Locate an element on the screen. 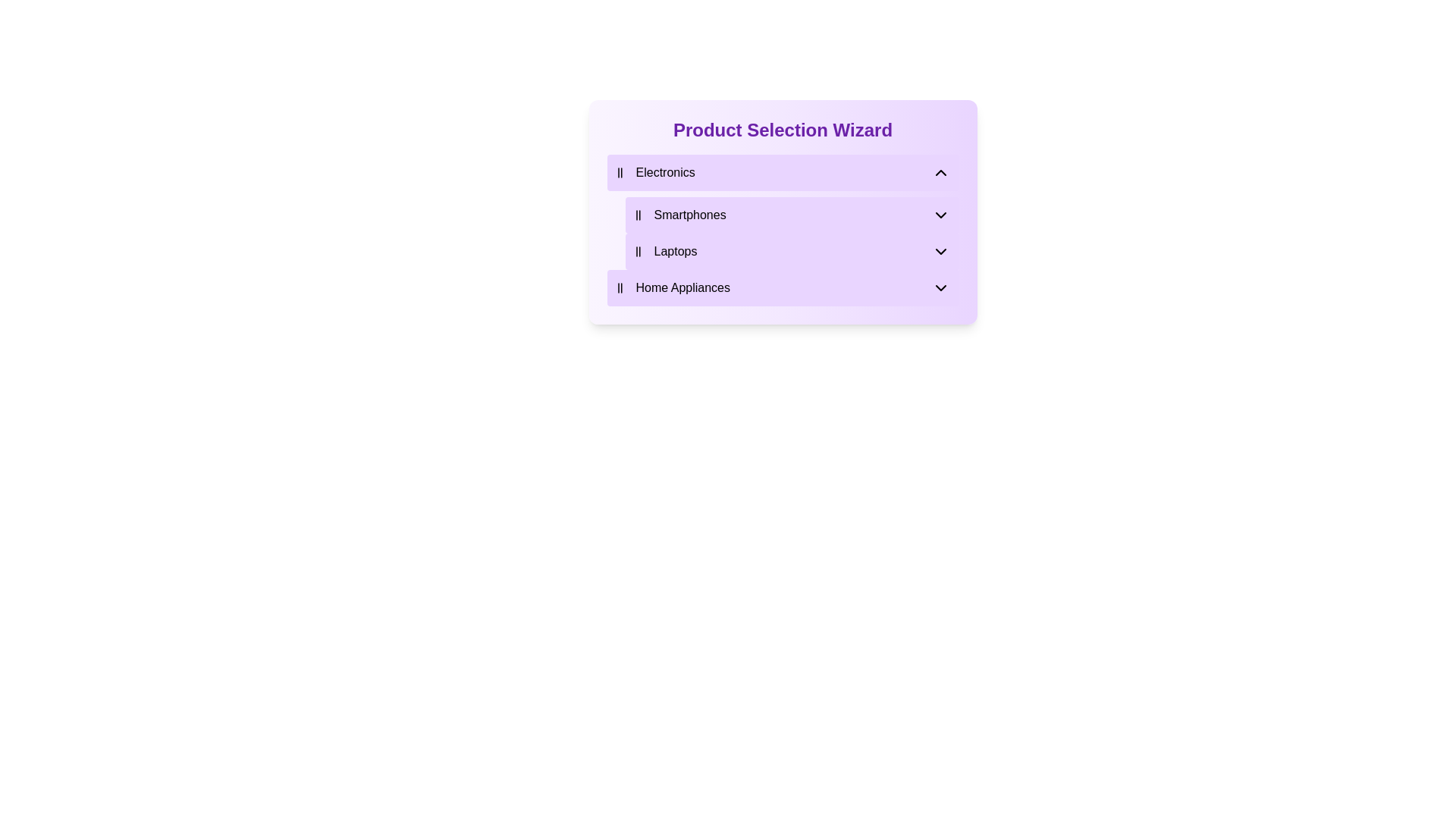 The width and height of the screenshot is (1456, 819). the 'Home Appliances' text label, which is styled with dark text on a light purple background and is part of the menu under 'Electronics' is located at coordinates (682, 288).